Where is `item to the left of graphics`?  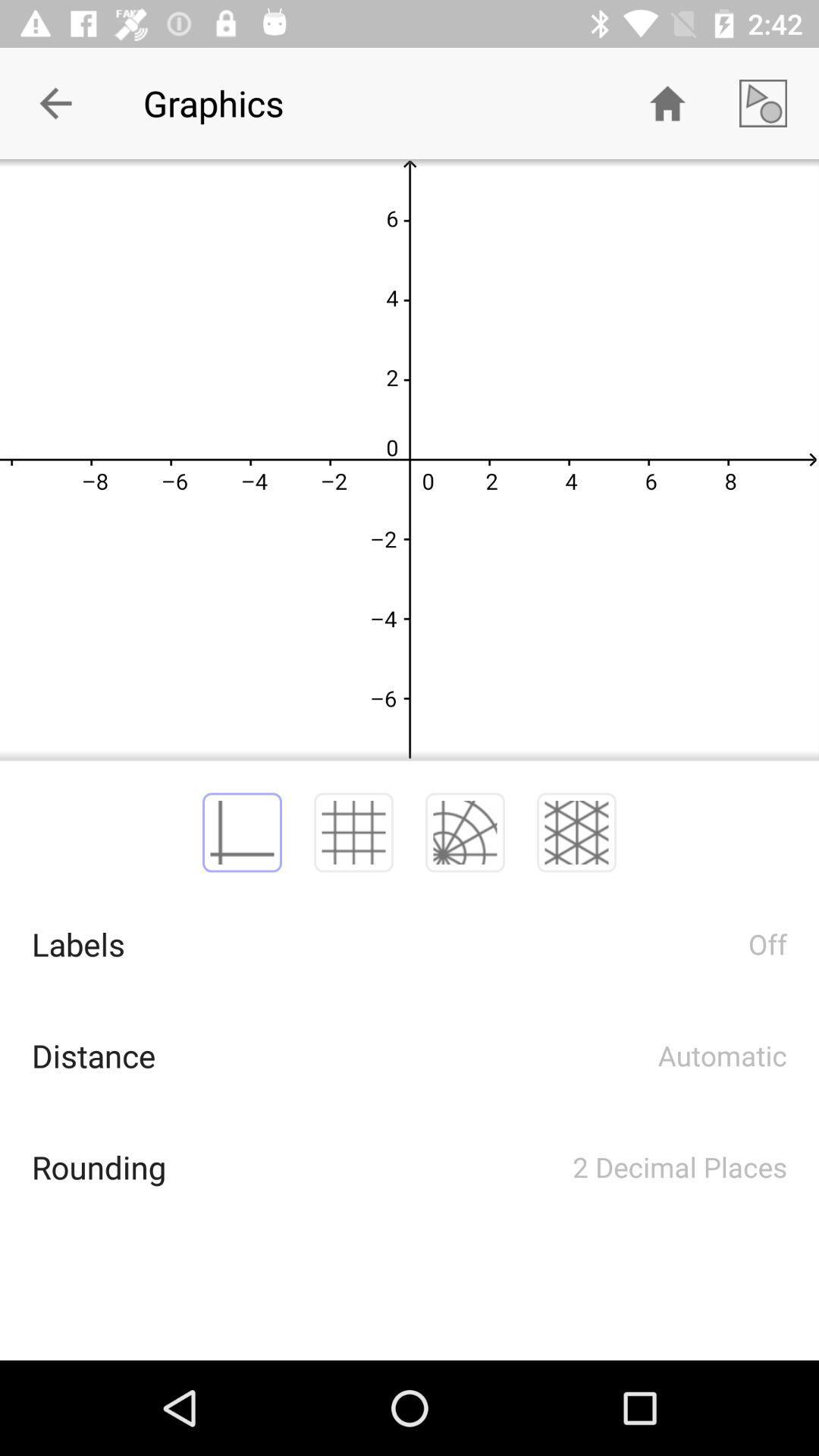
item to the left of graphics is located at coordinates (55, 102).